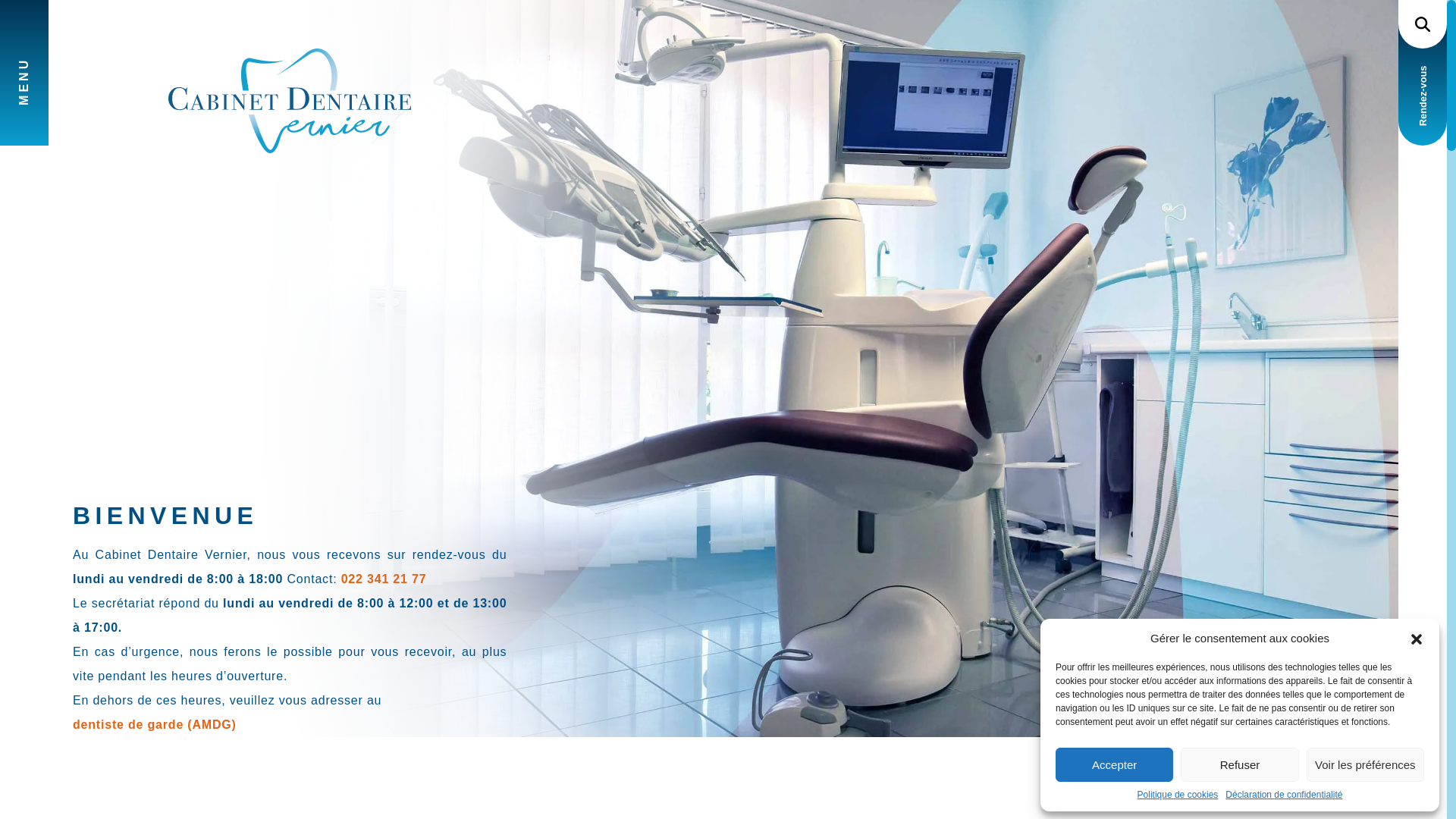  I want to click on '022 341 21 77', so click(340, 579).